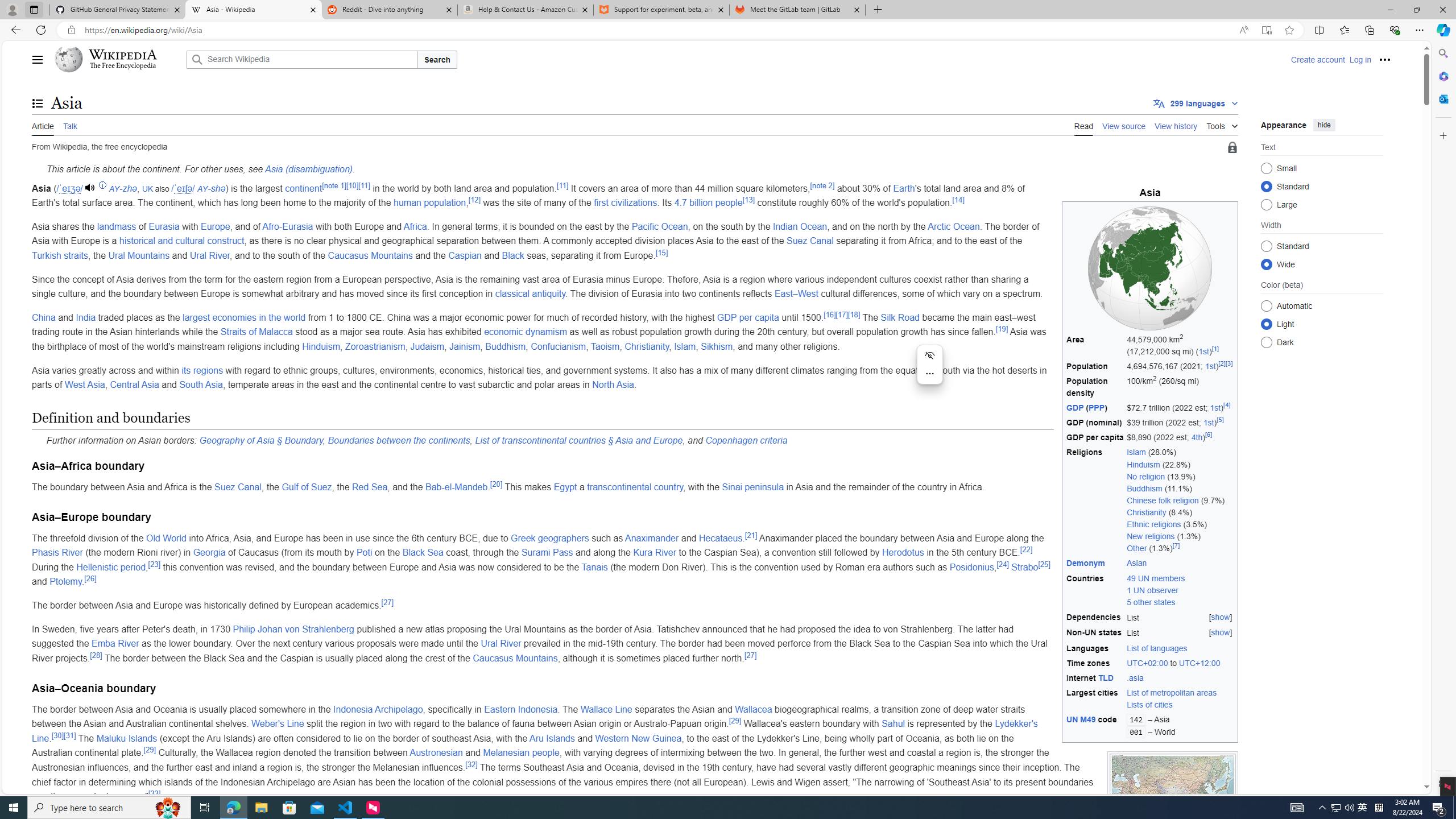  Describe the element at coordinates (549, 537) in the screenshot. I see `'Greek geographers'` at that location.